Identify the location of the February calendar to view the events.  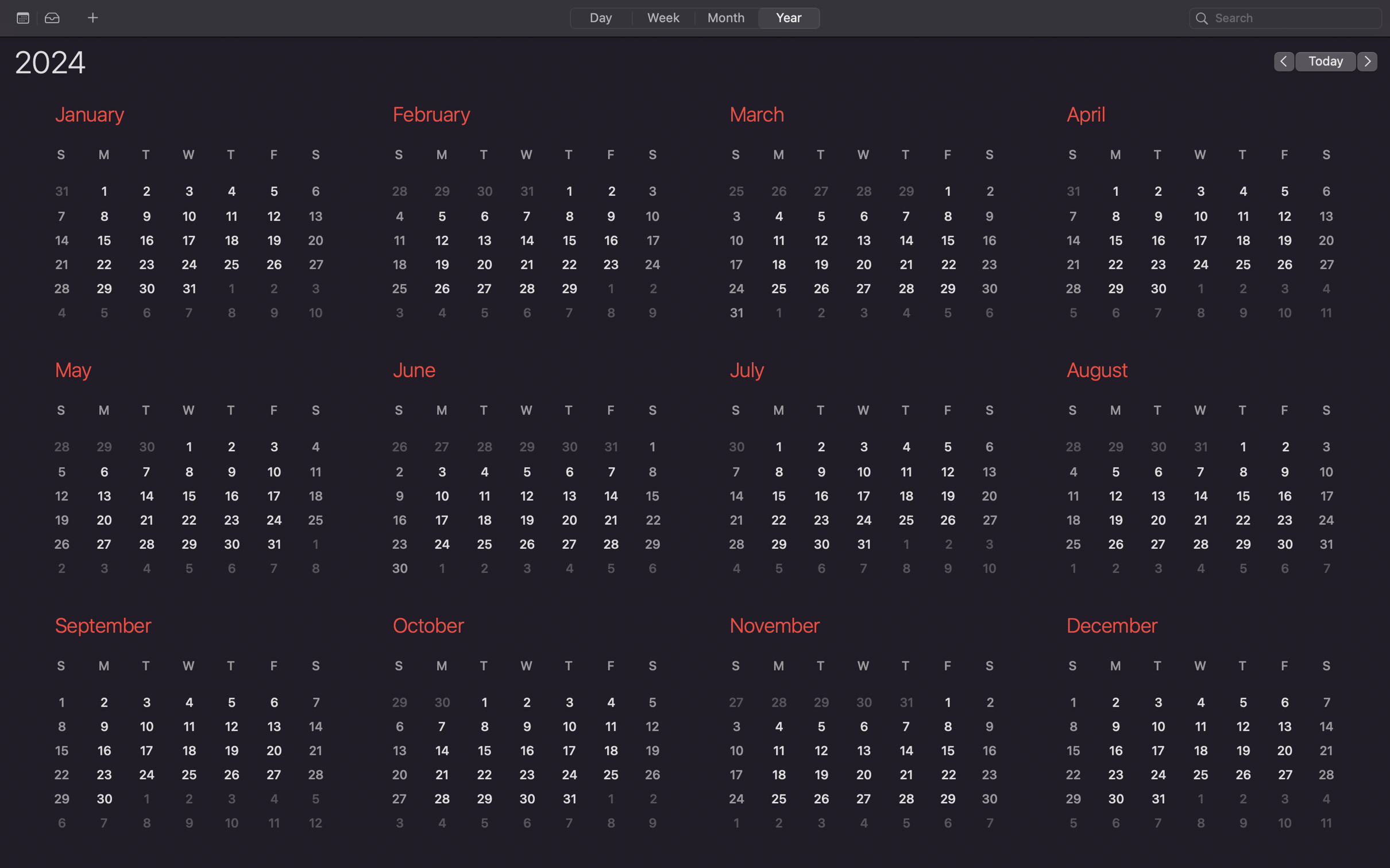
(523, 216).